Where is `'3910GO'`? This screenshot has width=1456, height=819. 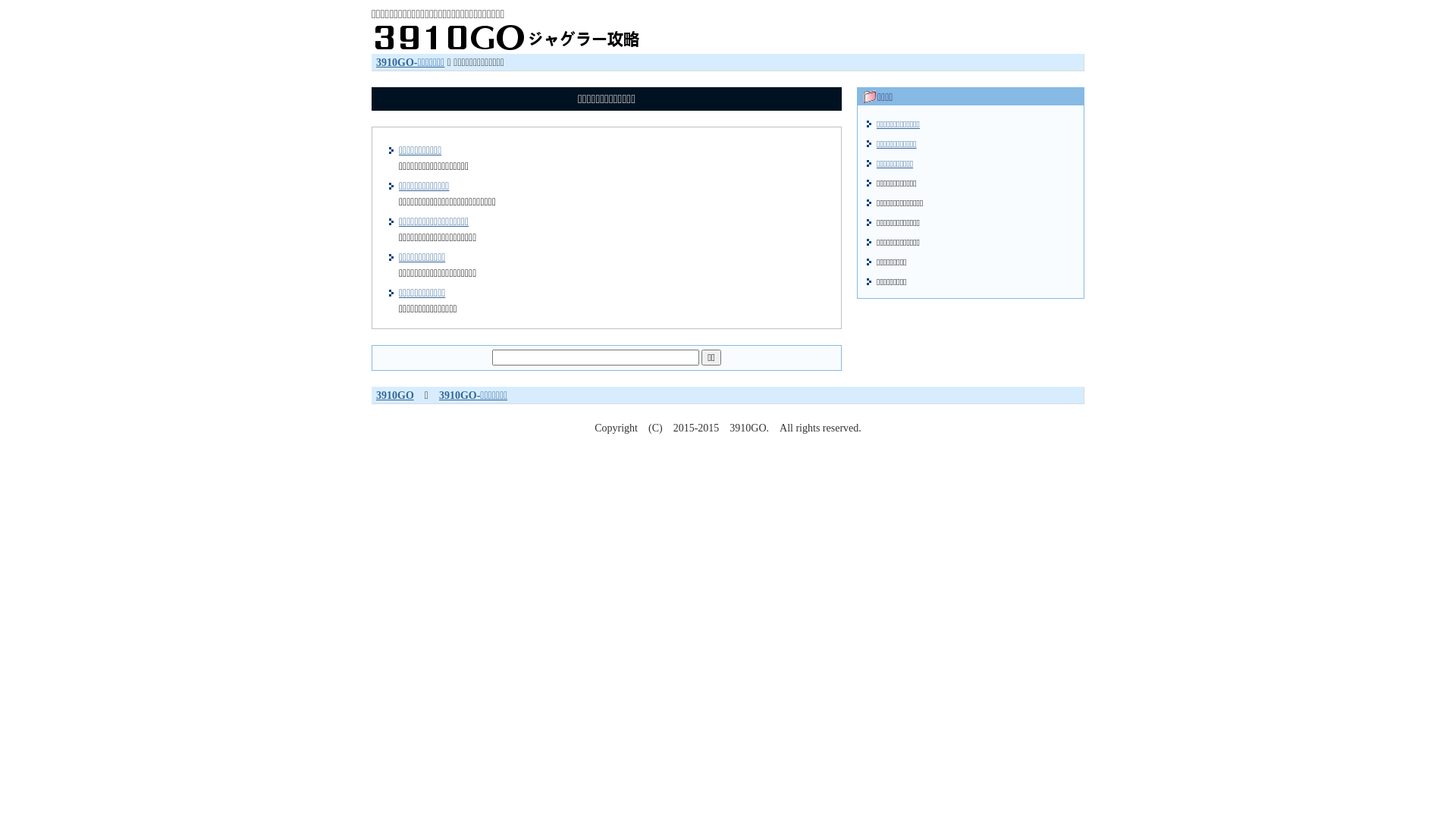
'3910GO' is located at coordinates (395, 394).